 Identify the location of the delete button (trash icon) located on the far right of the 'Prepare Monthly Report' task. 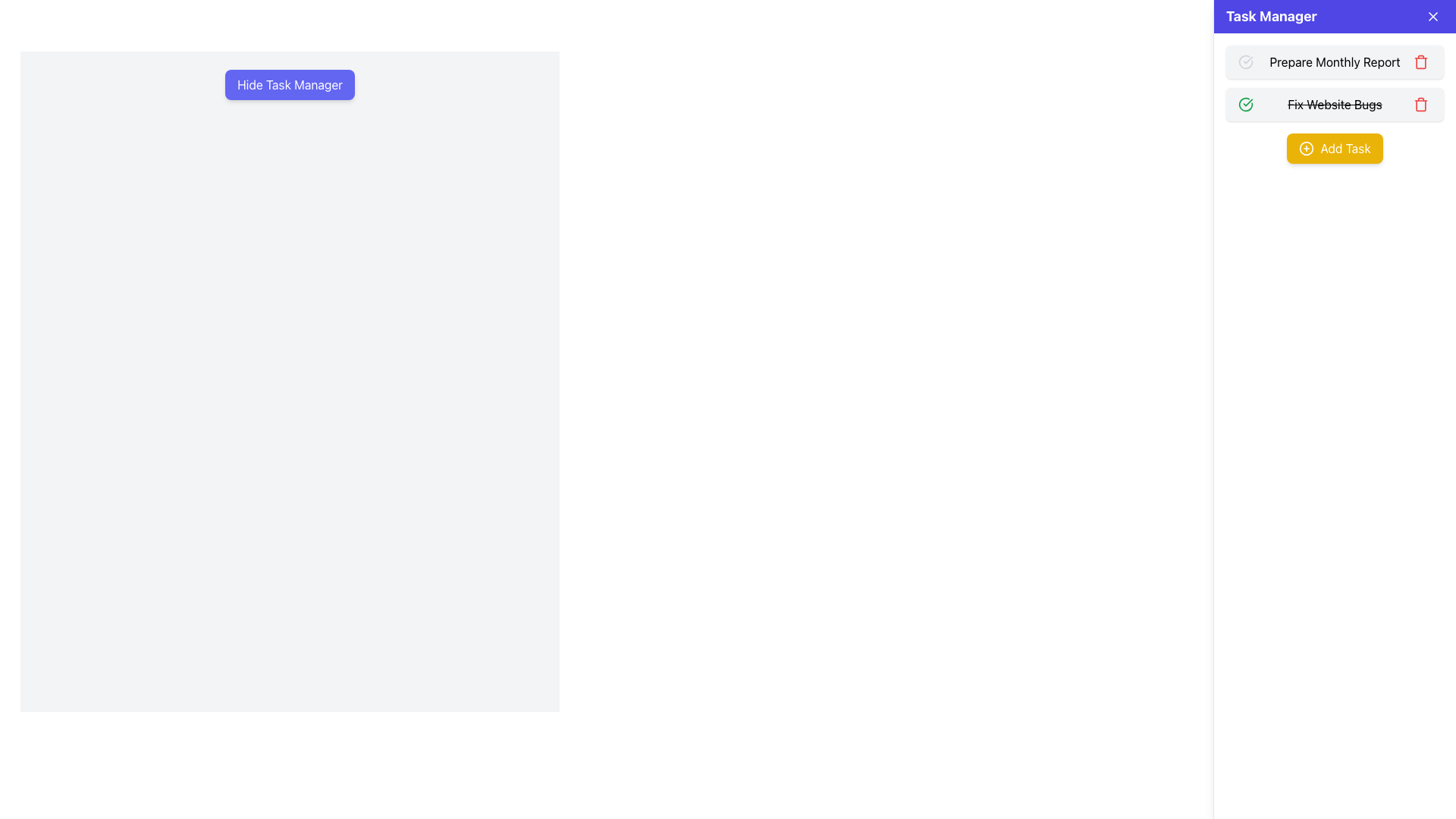
(1420, 61).